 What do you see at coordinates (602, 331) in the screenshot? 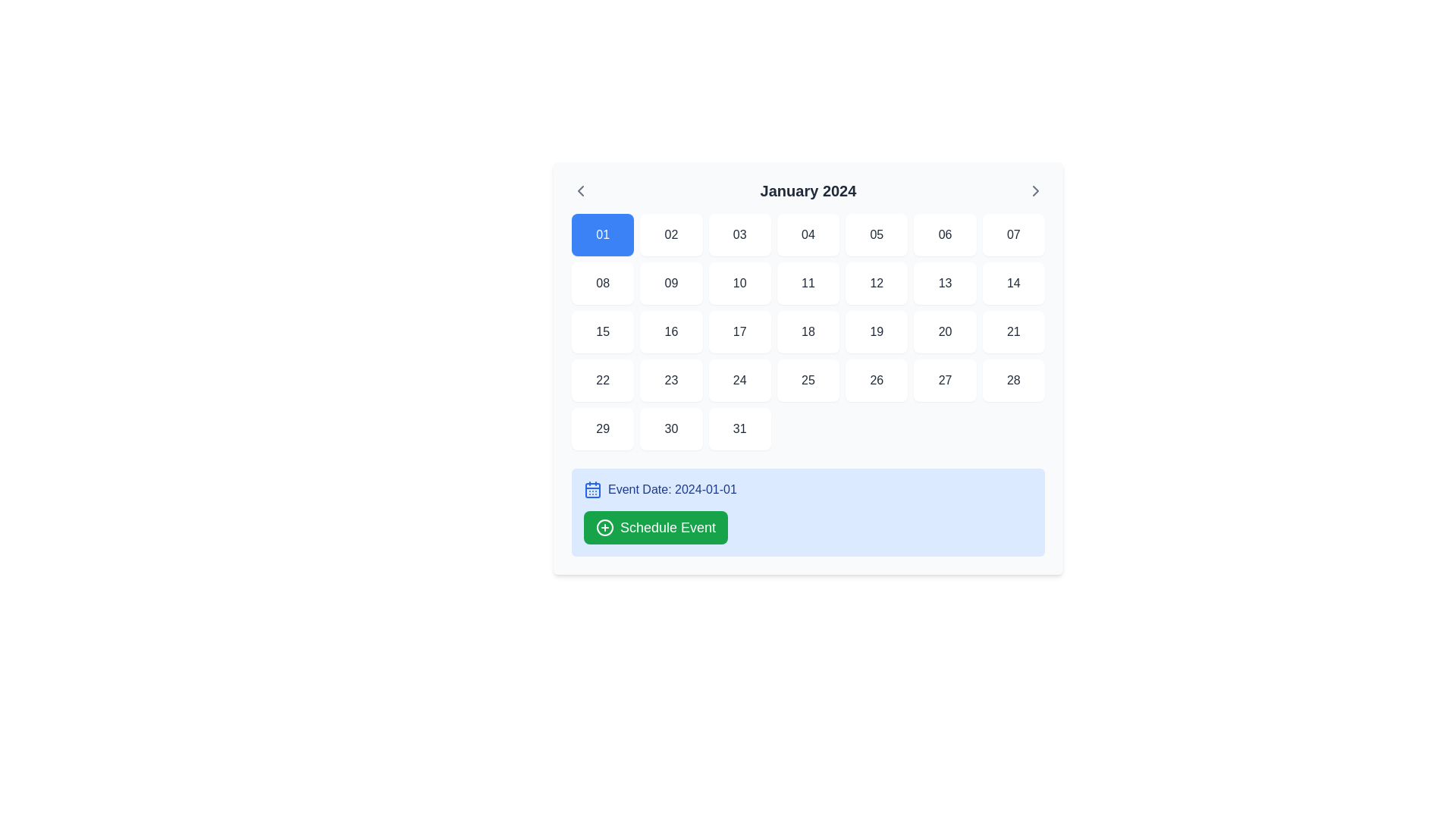
I see `the square-shaped button with the light gray text '15' centered within it, located under the 'January 2024' header` at bounding box center [602, 331].